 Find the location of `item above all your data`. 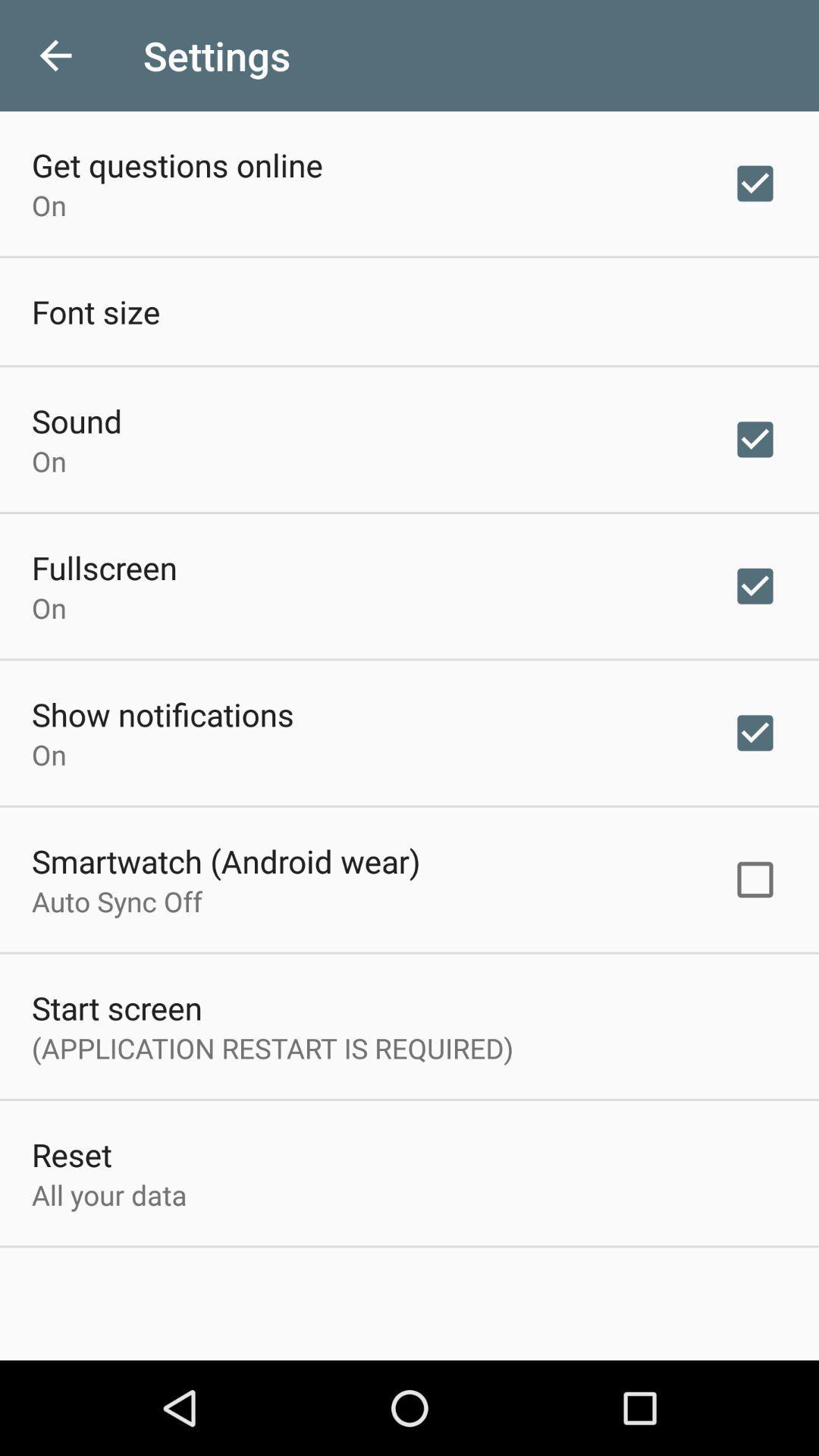

item above all your data is located at coordinates (71, 1153).